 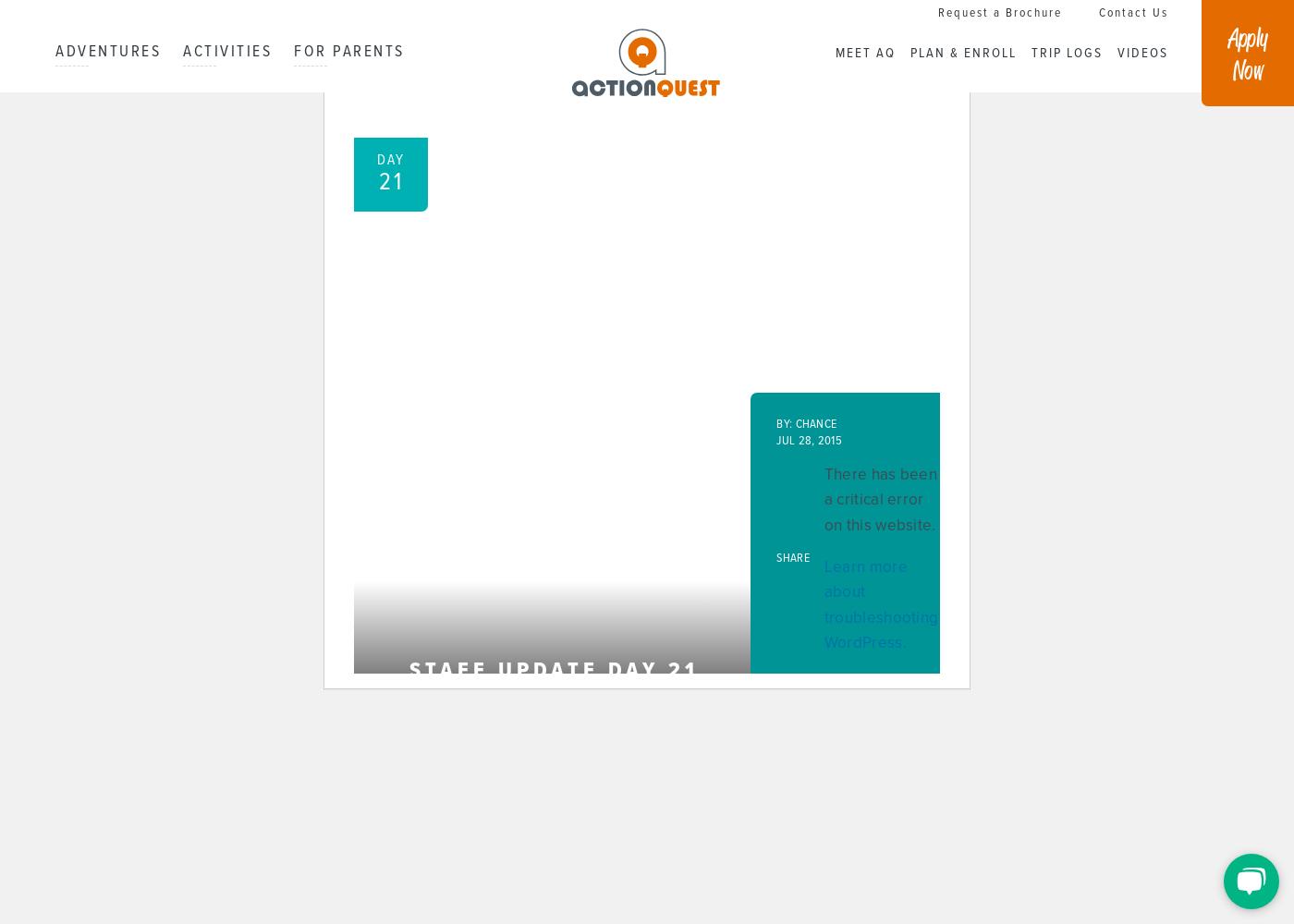 What do you see at coordinates (377, 182) in the screenshot?
I see `'21'` at bounding box center [377, 182].